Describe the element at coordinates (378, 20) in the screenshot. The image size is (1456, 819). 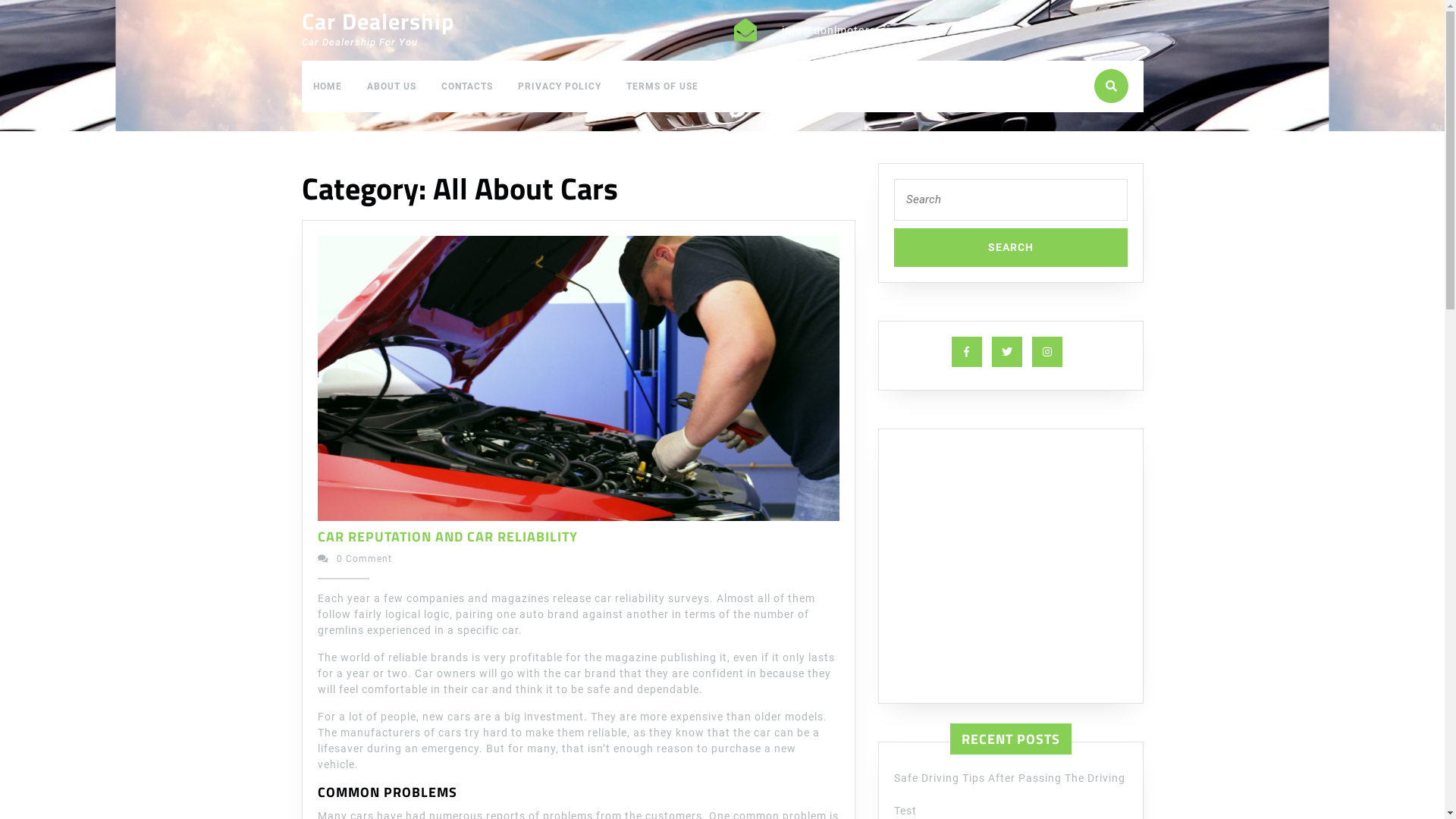
I see `'Car Dealership'` at that location.